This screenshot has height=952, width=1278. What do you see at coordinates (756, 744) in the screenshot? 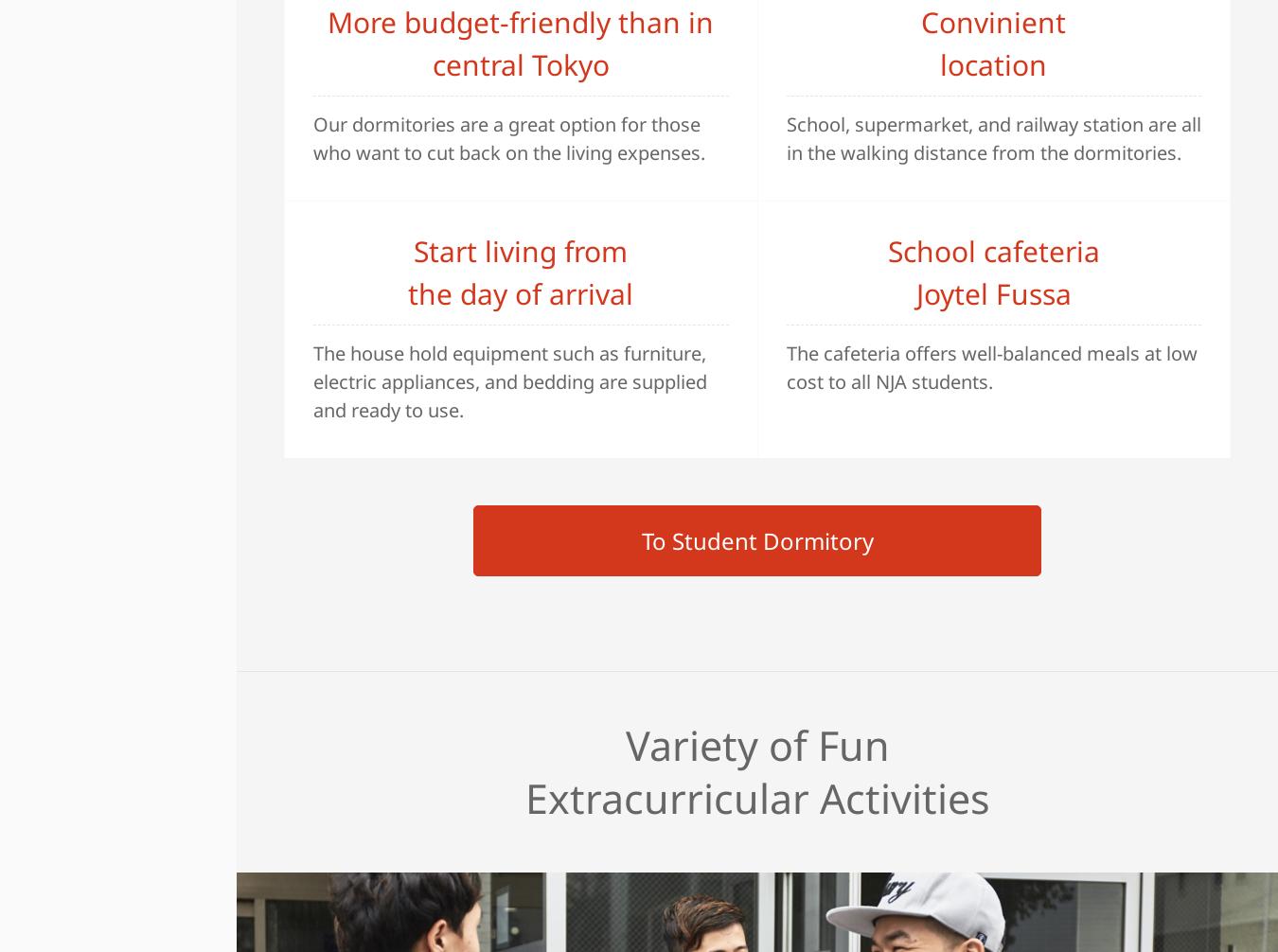
I see `'Variety of Fun'` at bounding box center [756, 744].